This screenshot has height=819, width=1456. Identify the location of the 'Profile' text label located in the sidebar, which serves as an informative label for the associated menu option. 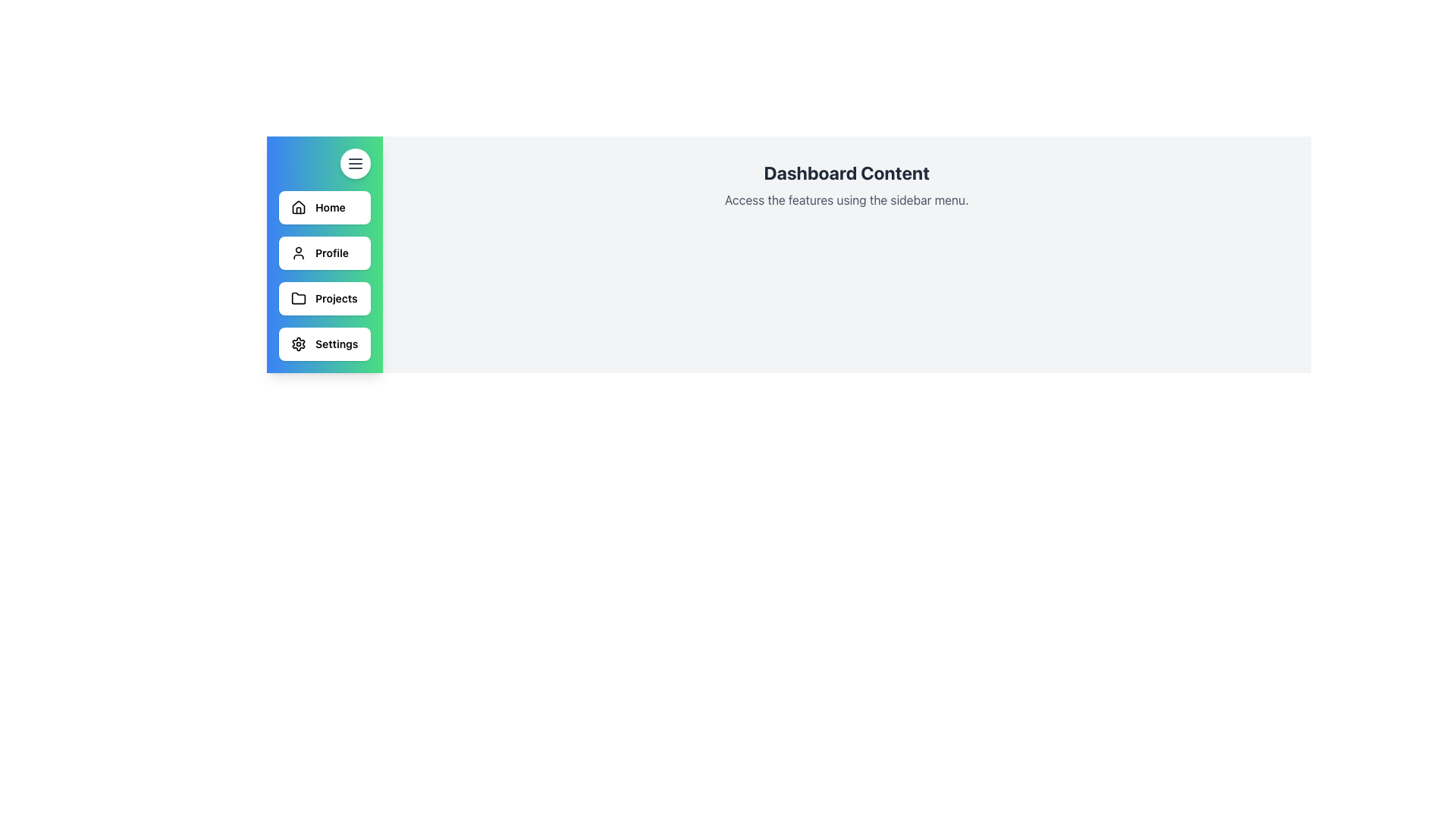
(331, 253).